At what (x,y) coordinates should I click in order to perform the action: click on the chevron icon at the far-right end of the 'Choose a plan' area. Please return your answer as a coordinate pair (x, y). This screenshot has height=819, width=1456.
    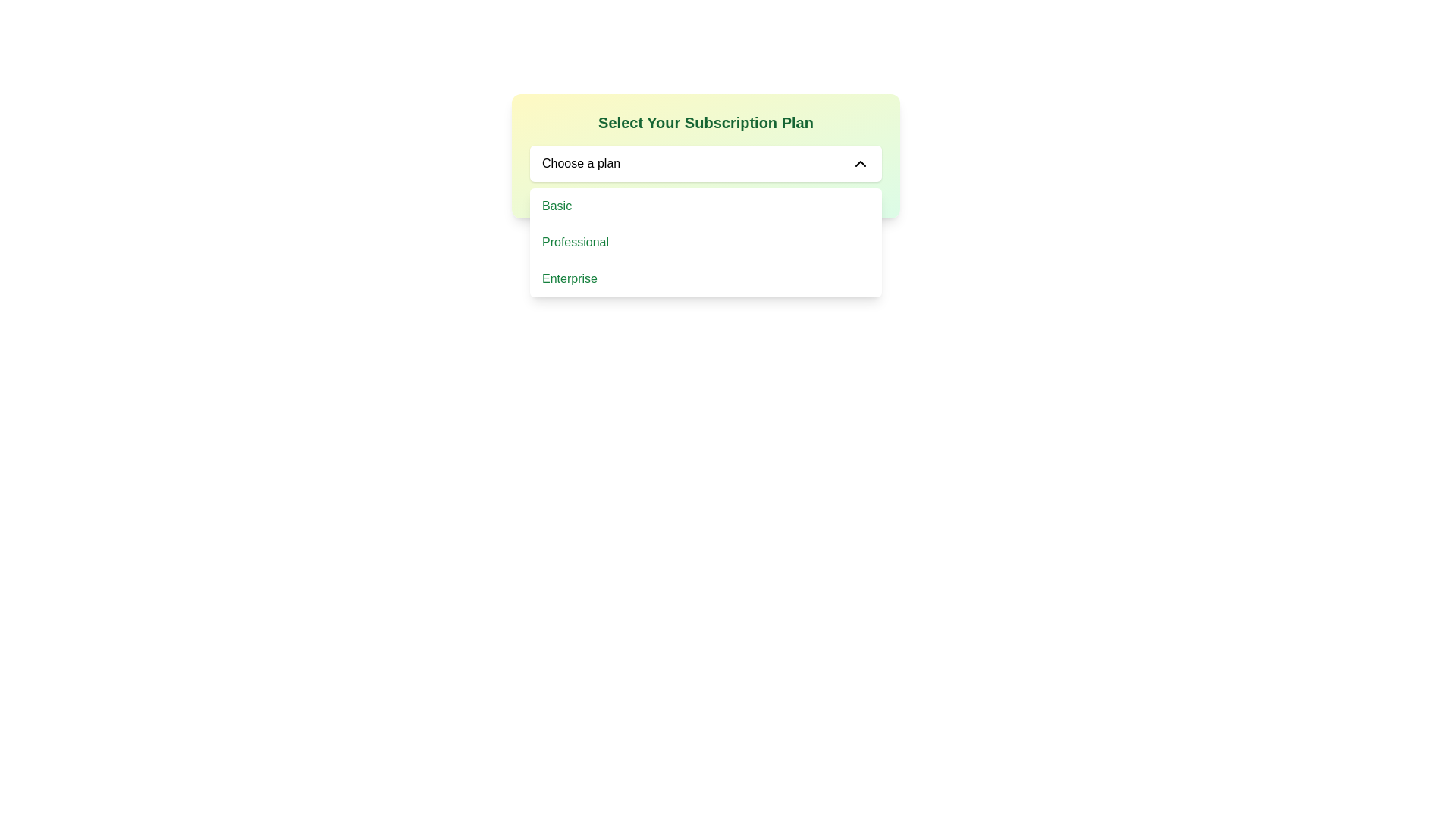
    Looking at the image, I should click on (860, 164).